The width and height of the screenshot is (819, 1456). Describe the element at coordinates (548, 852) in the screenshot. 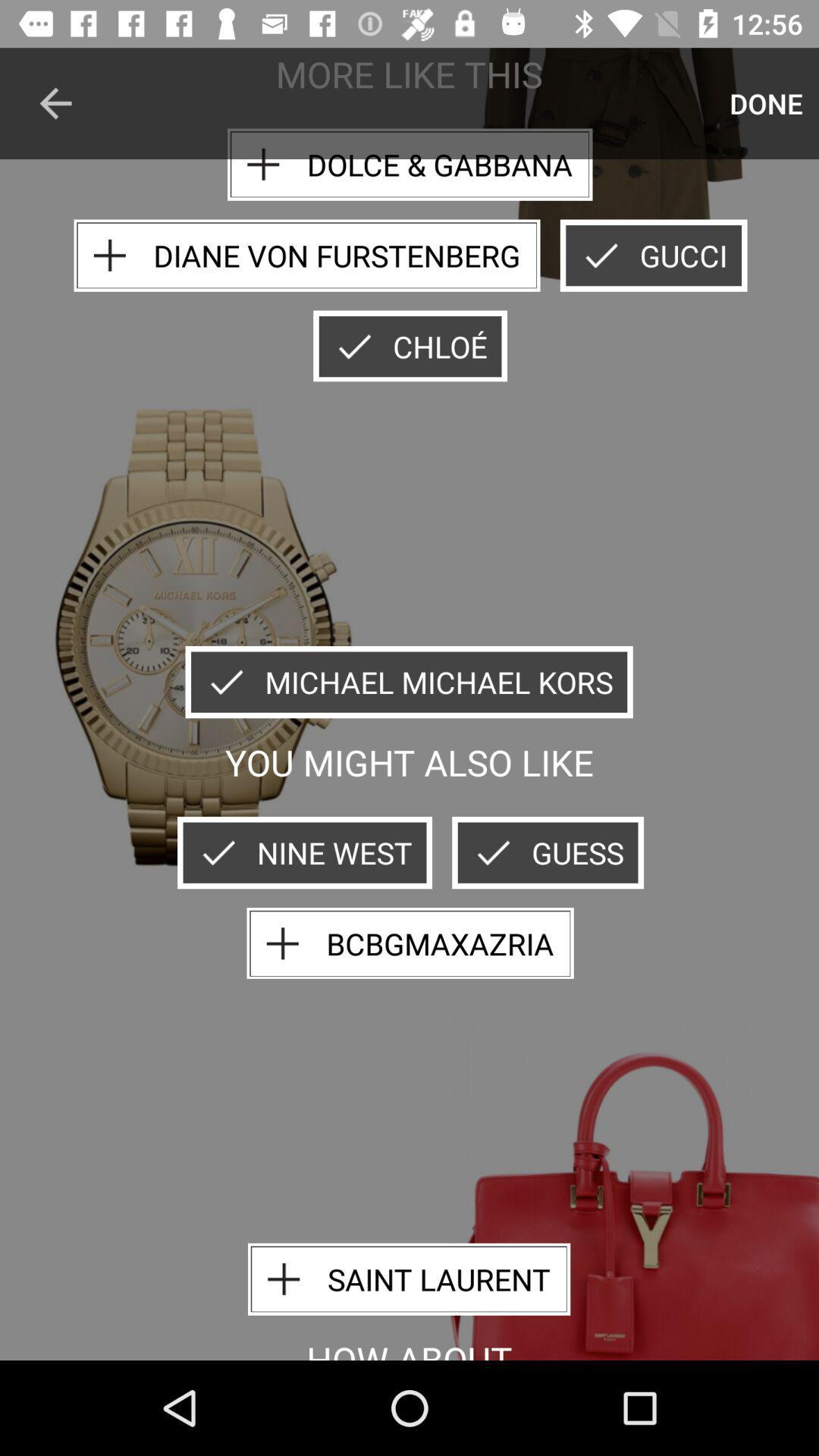

I see `guess on the right` at that location.